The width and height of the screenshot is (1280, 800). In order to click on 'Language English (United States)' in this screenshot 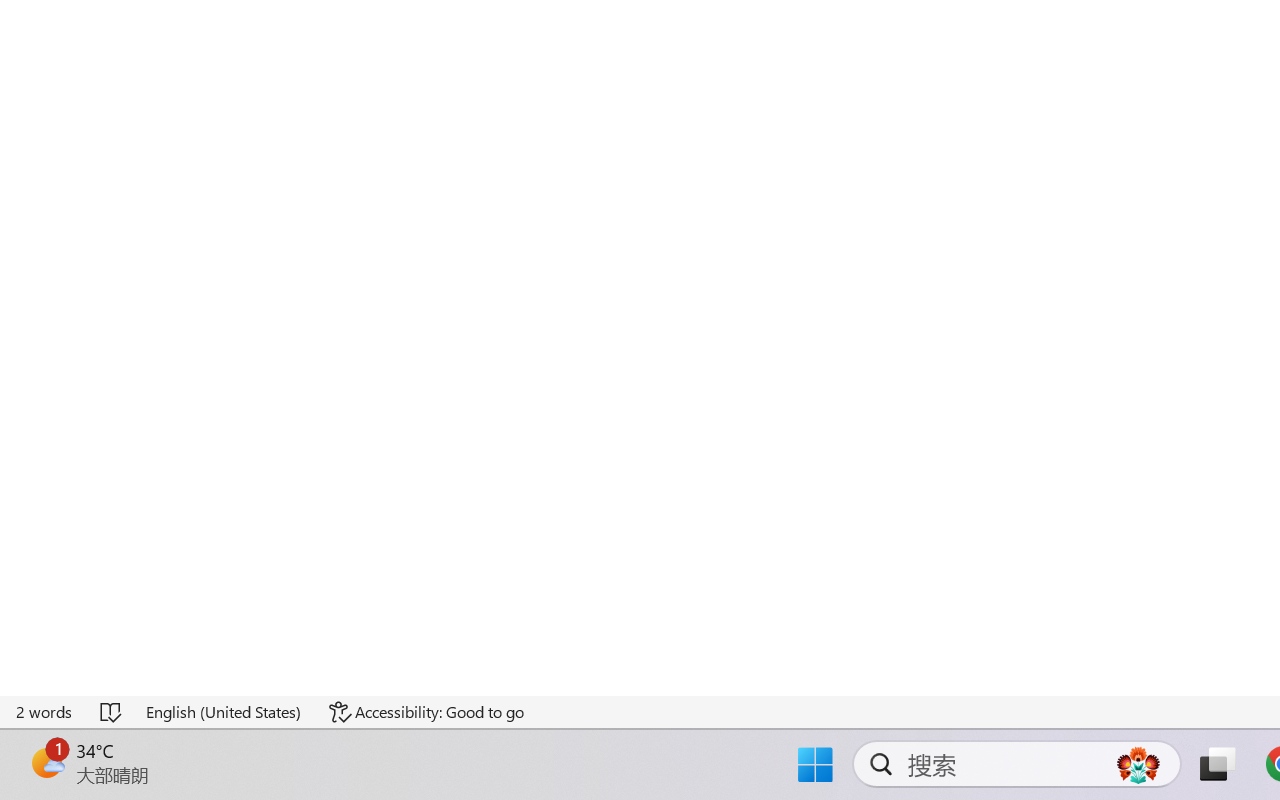, I will do `click(224, 711)`.